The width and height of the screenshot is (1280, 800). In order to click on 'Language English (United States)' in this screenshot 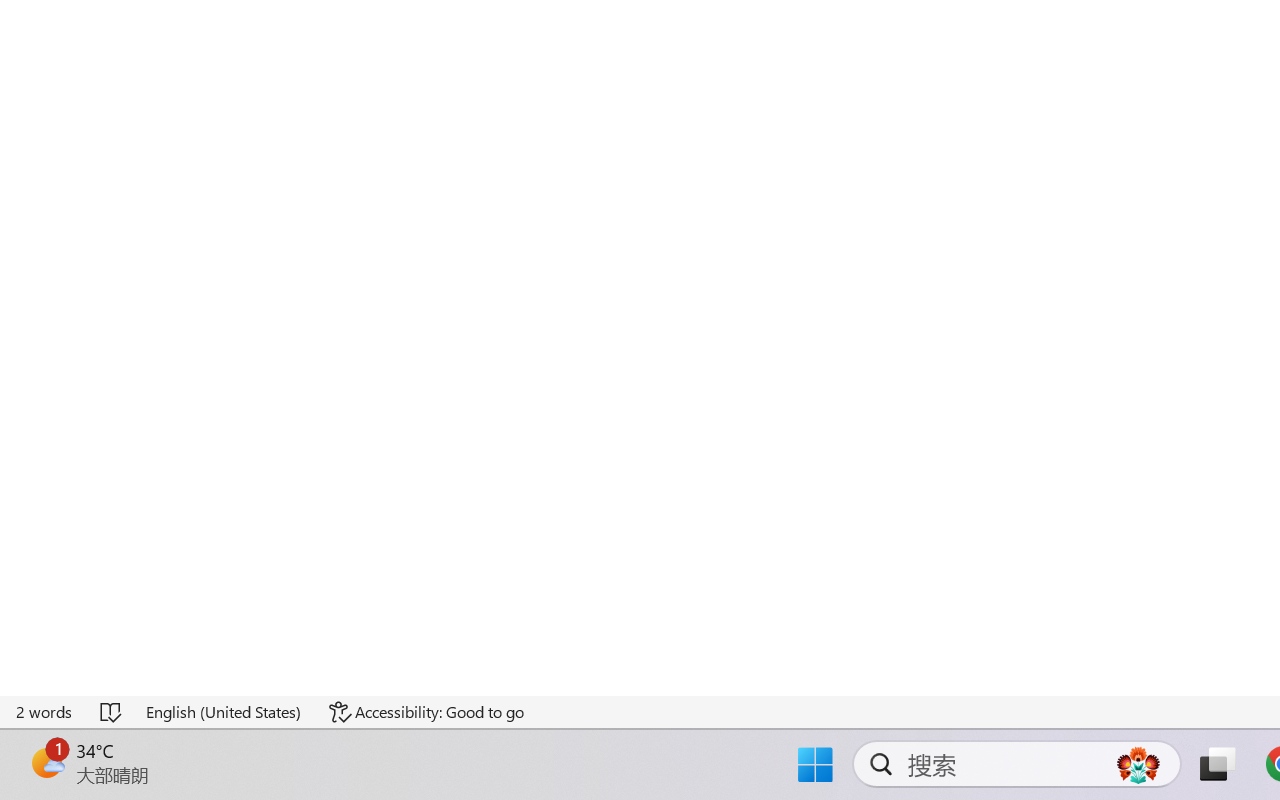, I will do `click(224, 711)`.